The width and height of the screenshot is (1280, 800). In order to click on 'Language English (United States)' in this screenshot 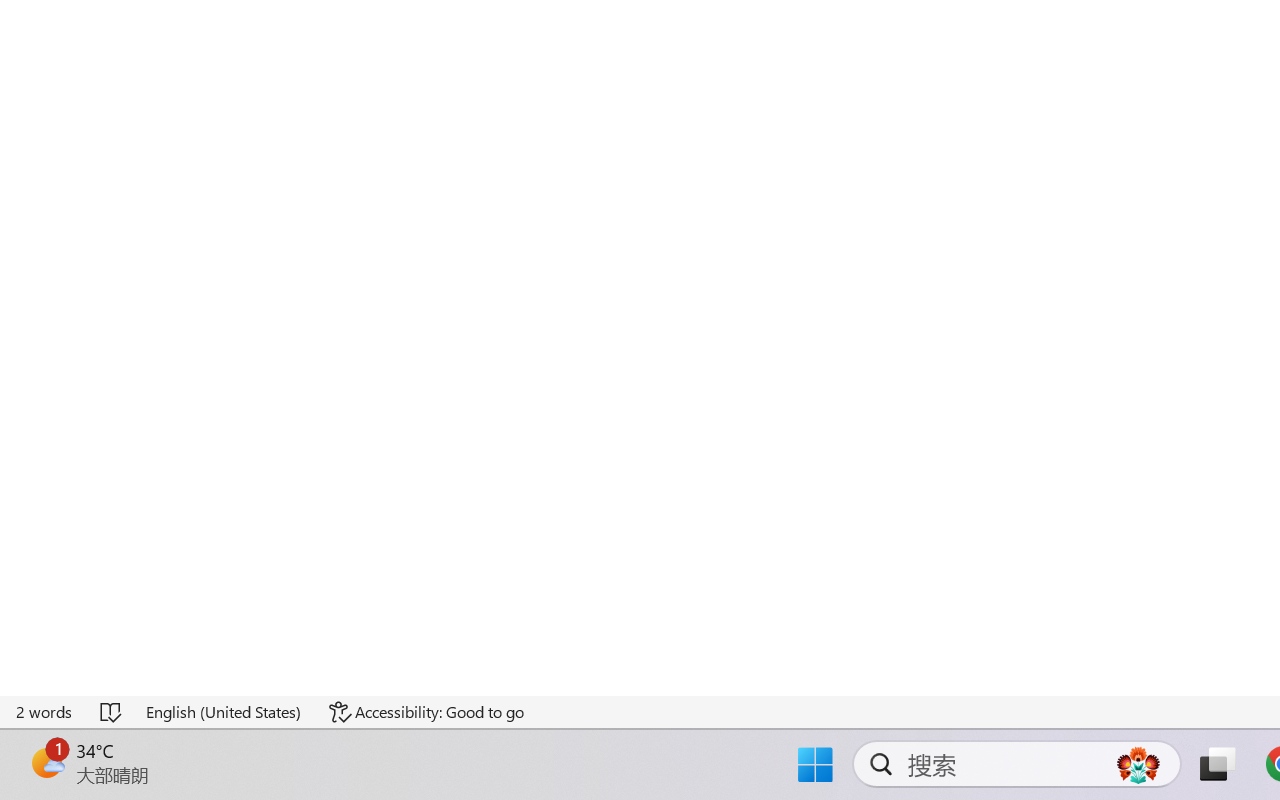, I will do `click(224, 711)`.